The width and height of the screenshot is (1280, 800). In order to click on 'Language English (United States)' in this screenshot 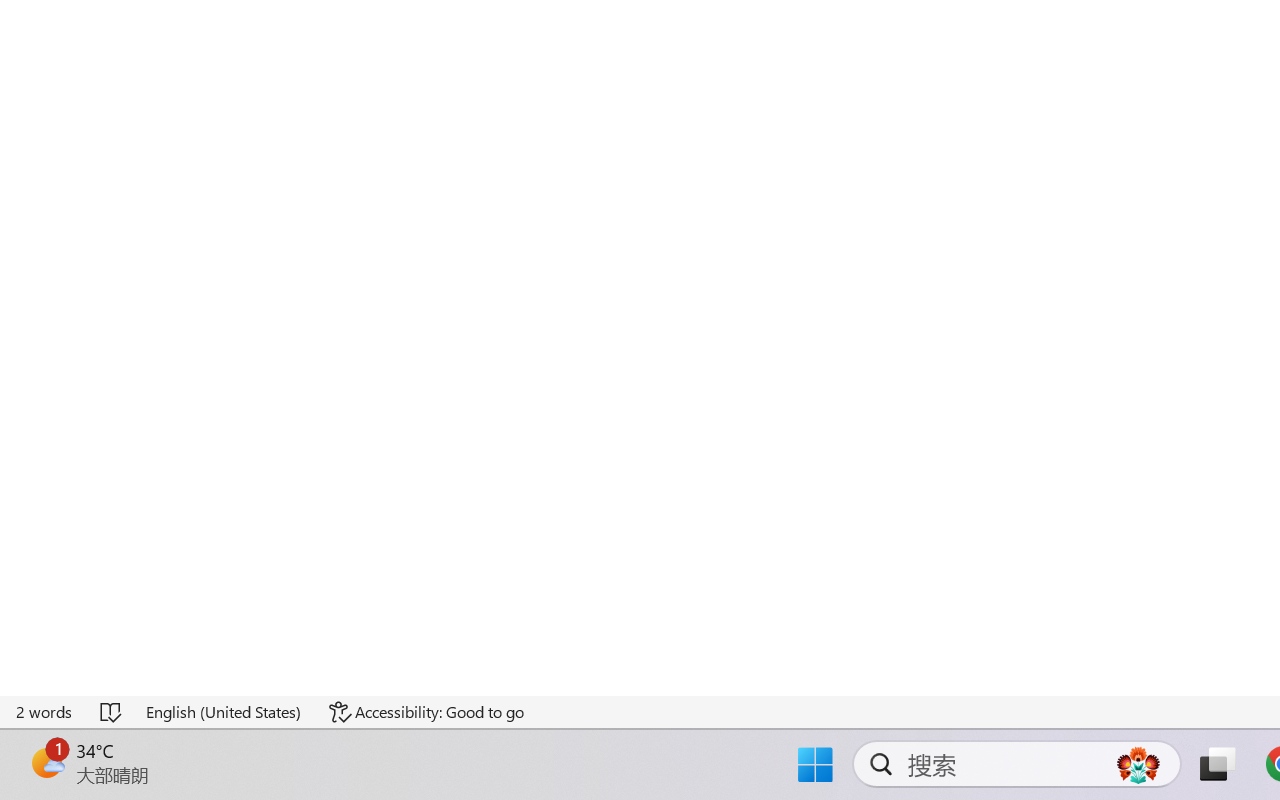, I will do `click(224, 711)`.